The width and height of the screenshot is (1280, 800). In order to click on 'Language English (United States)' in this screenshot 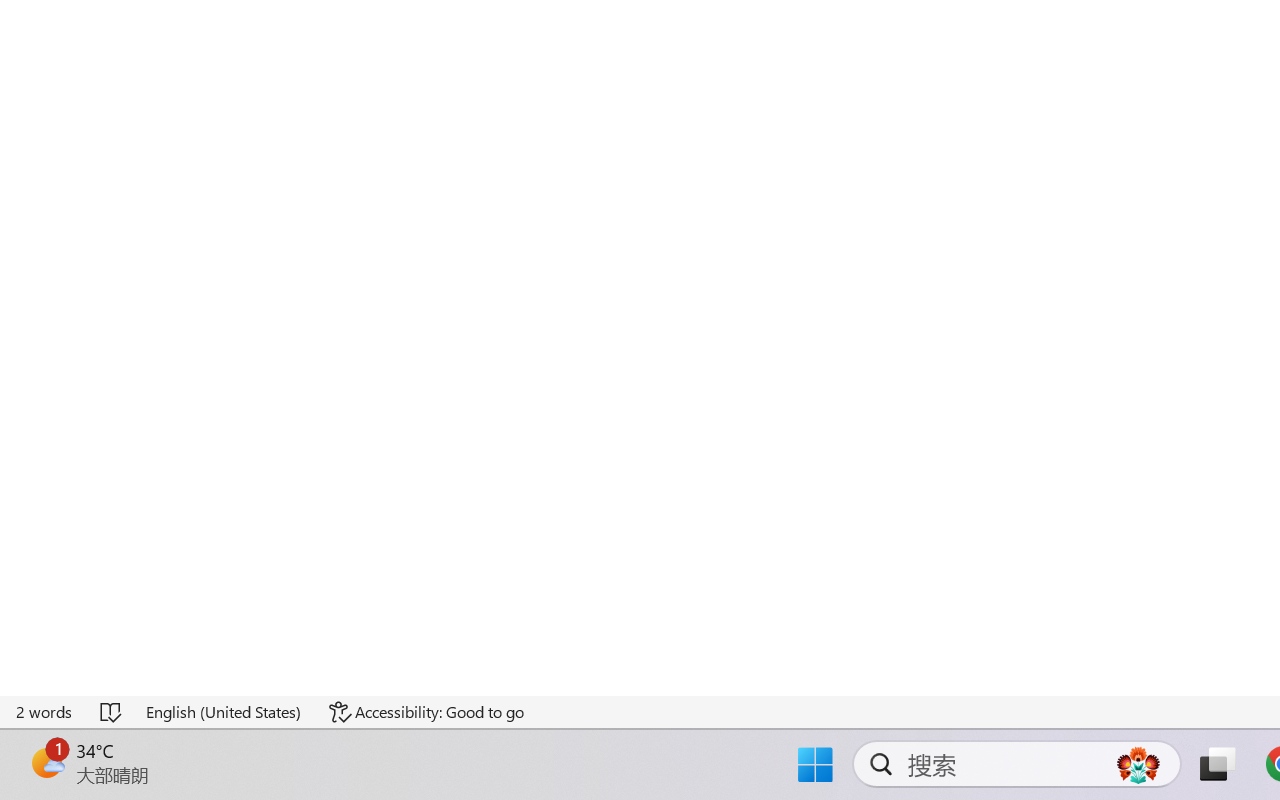, I will do `click(224, 711)`.